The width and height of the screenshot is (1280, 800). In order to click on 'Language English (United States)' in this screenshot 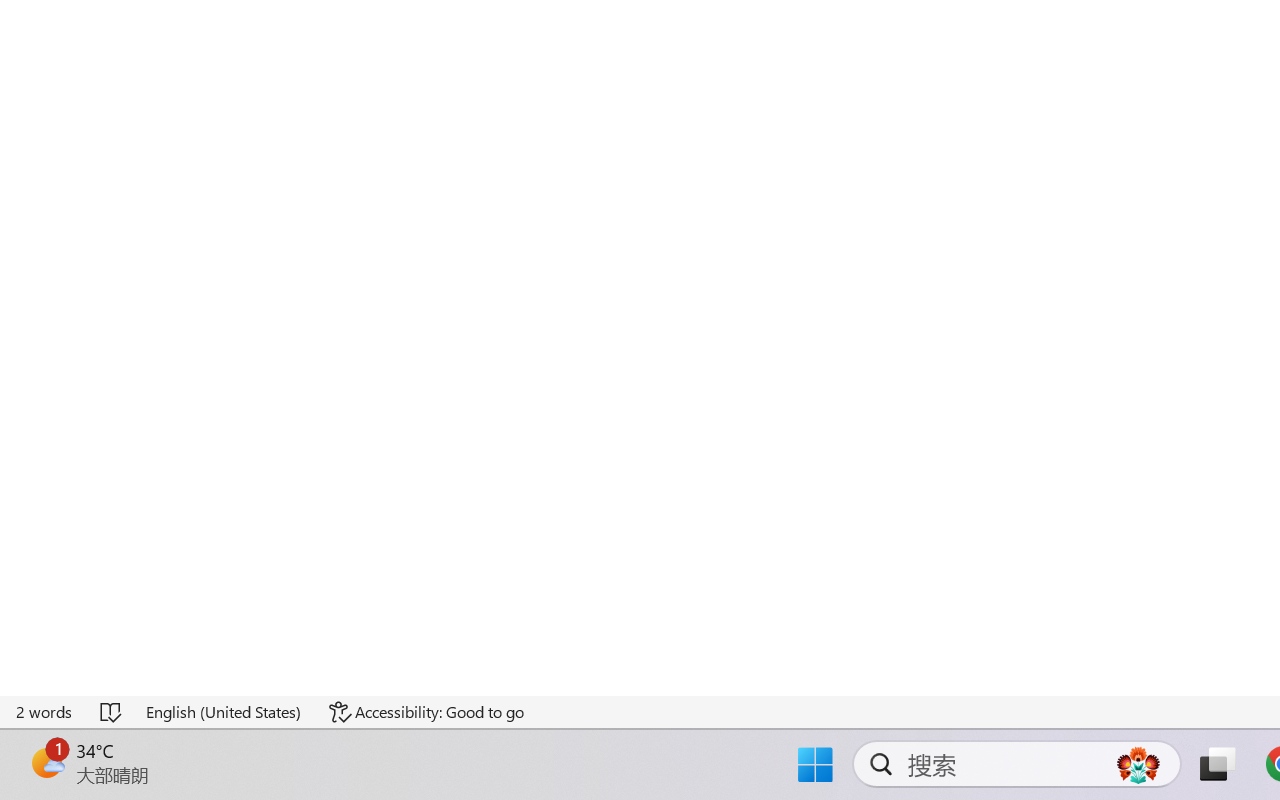, I will do `click(224, 711)`.